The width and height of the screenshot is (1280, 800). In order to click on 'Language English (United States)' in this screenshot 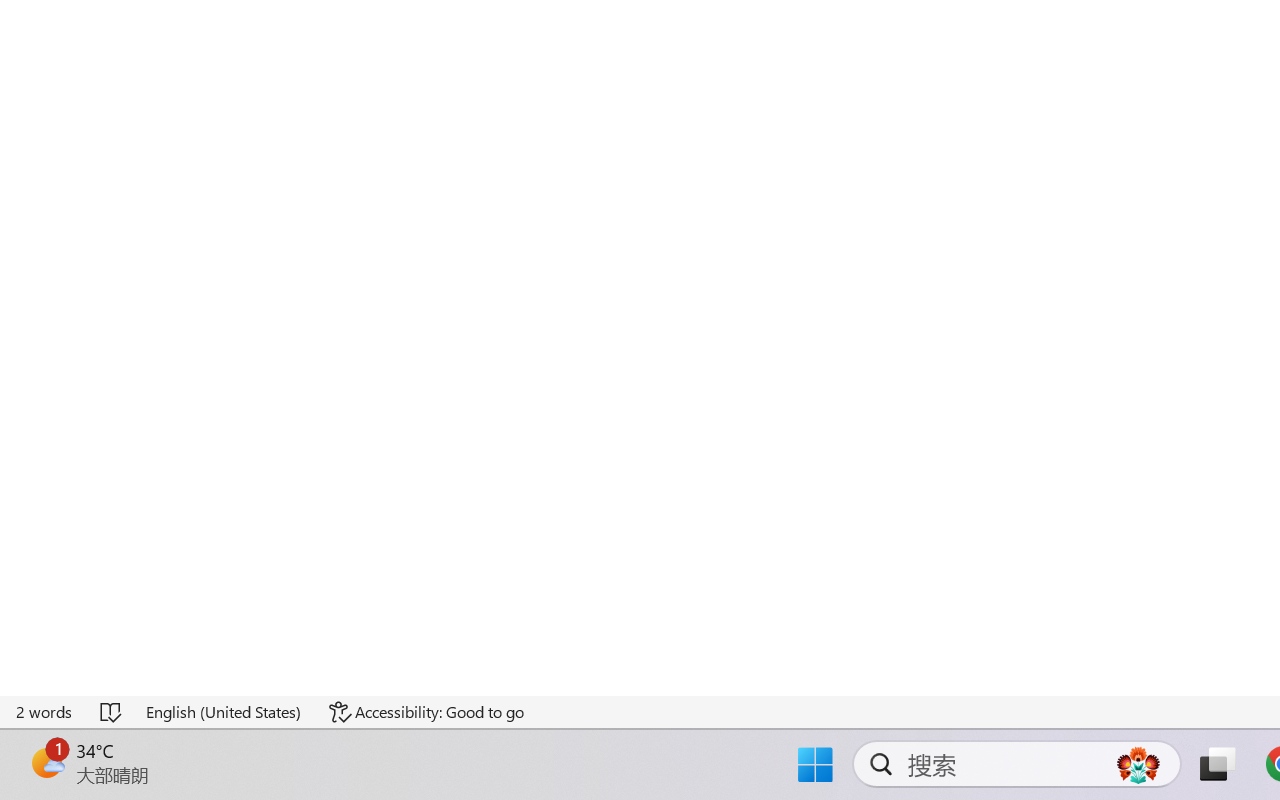, I will do `click(224, 711)`.